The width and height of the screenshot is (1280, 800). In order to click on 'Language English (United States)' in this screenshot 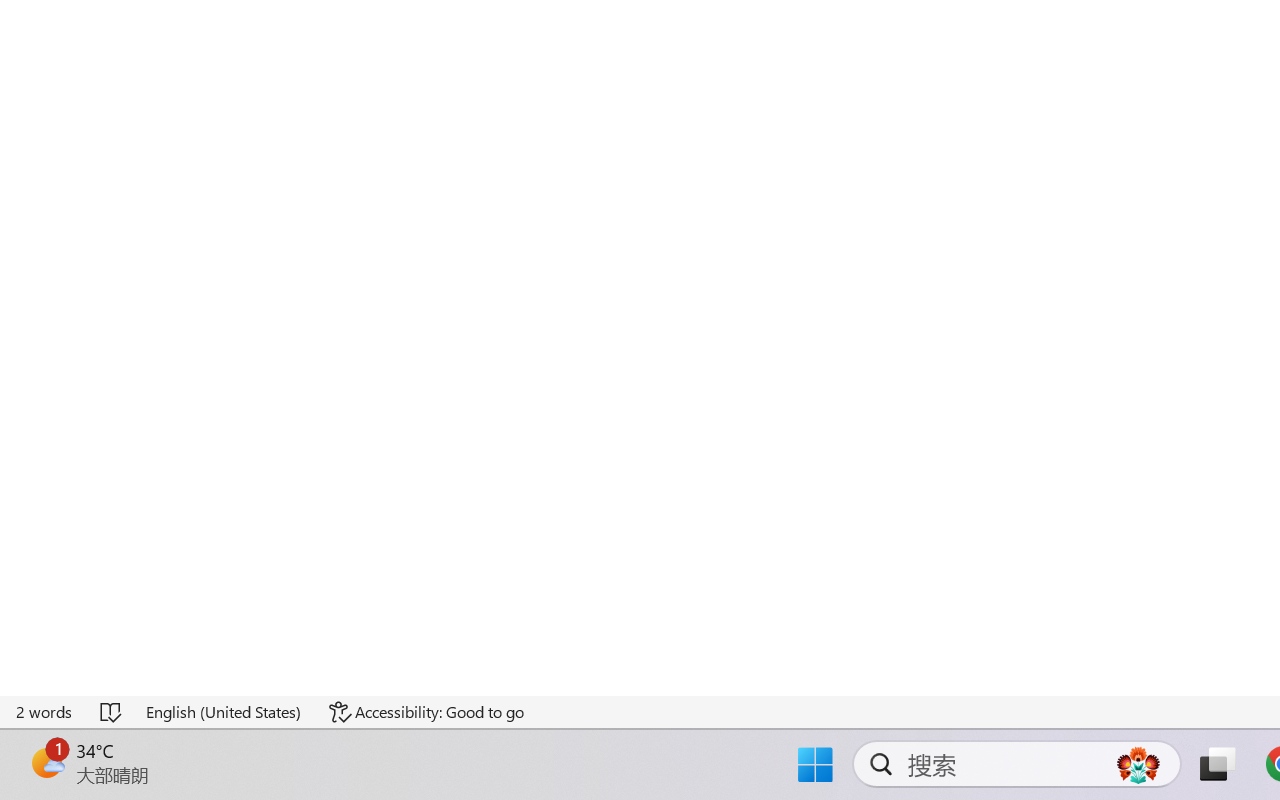, I will do `click(224, 711)`.